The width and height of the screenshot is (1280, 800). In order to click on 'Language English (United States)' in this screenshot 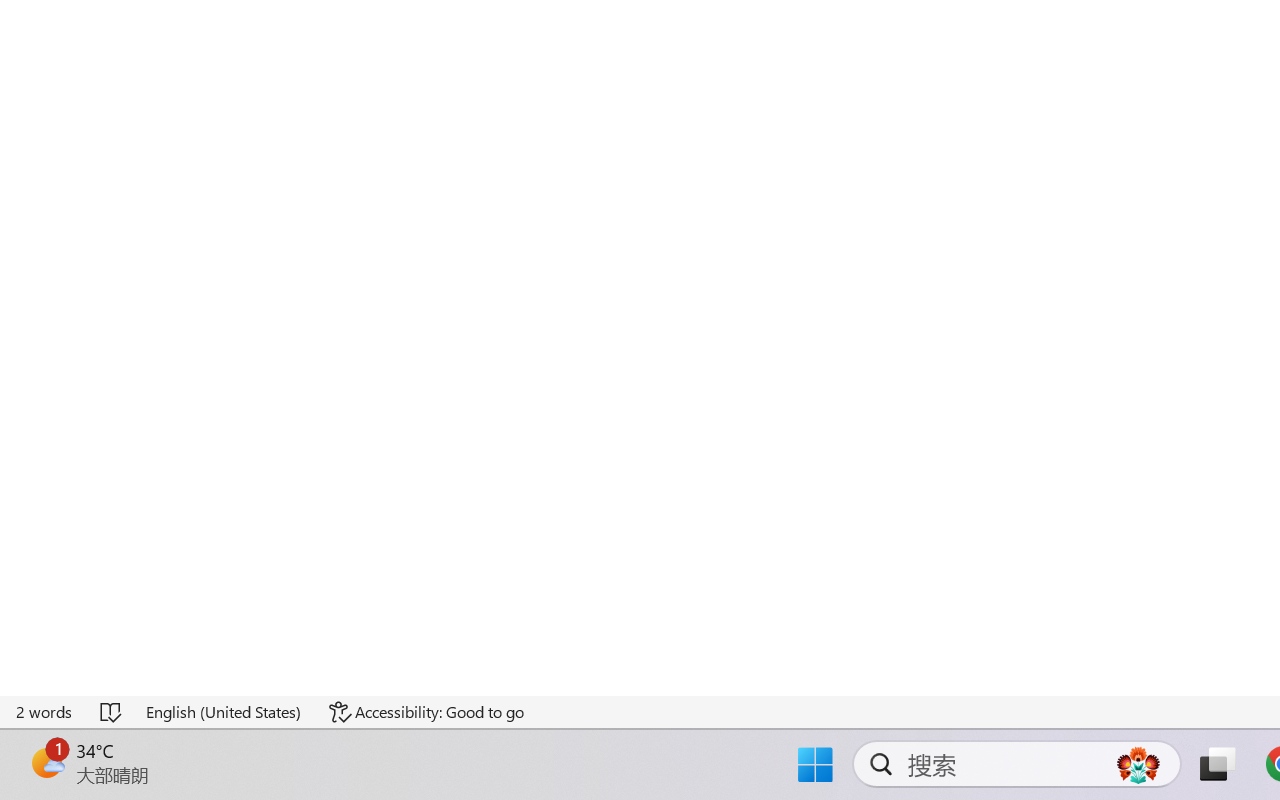, I will do `click(224, 711)`.